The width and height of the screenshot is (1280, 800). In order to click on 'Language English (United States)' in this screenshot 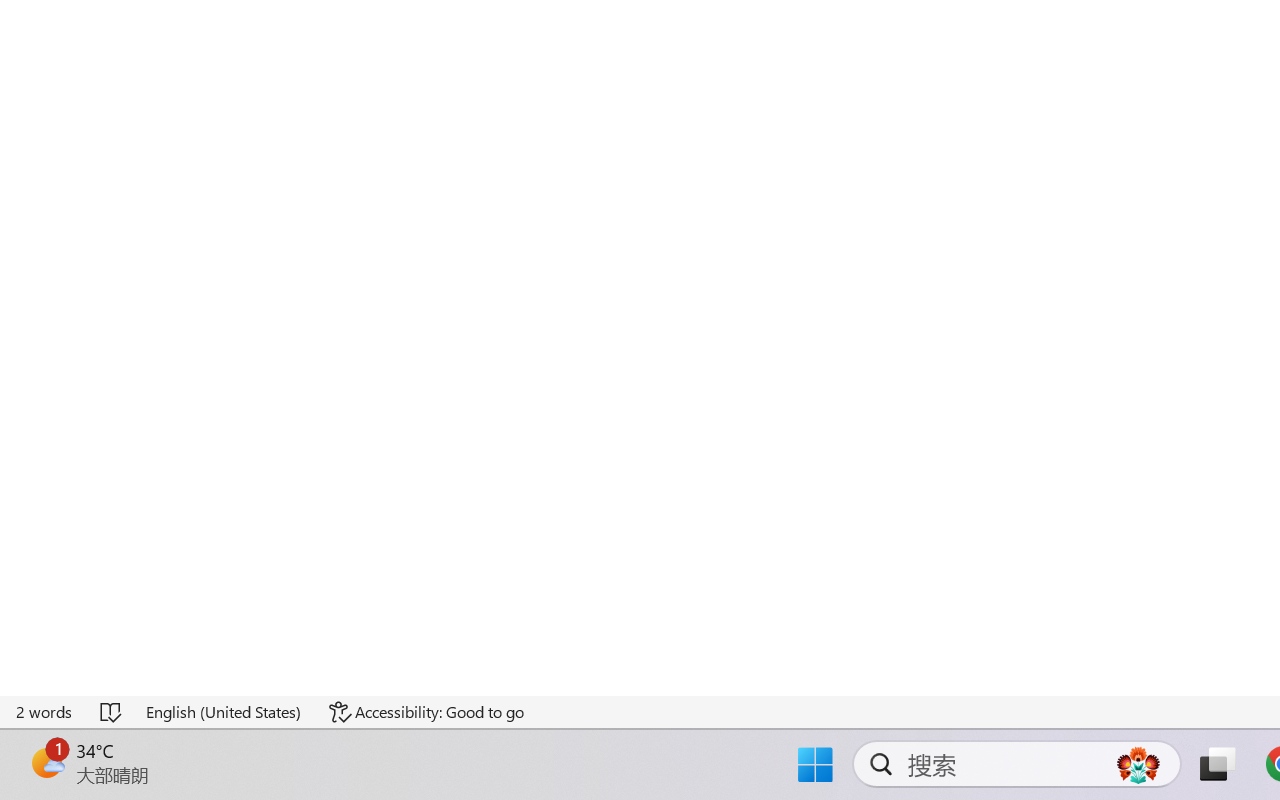, I will do `click(224, 711)`.